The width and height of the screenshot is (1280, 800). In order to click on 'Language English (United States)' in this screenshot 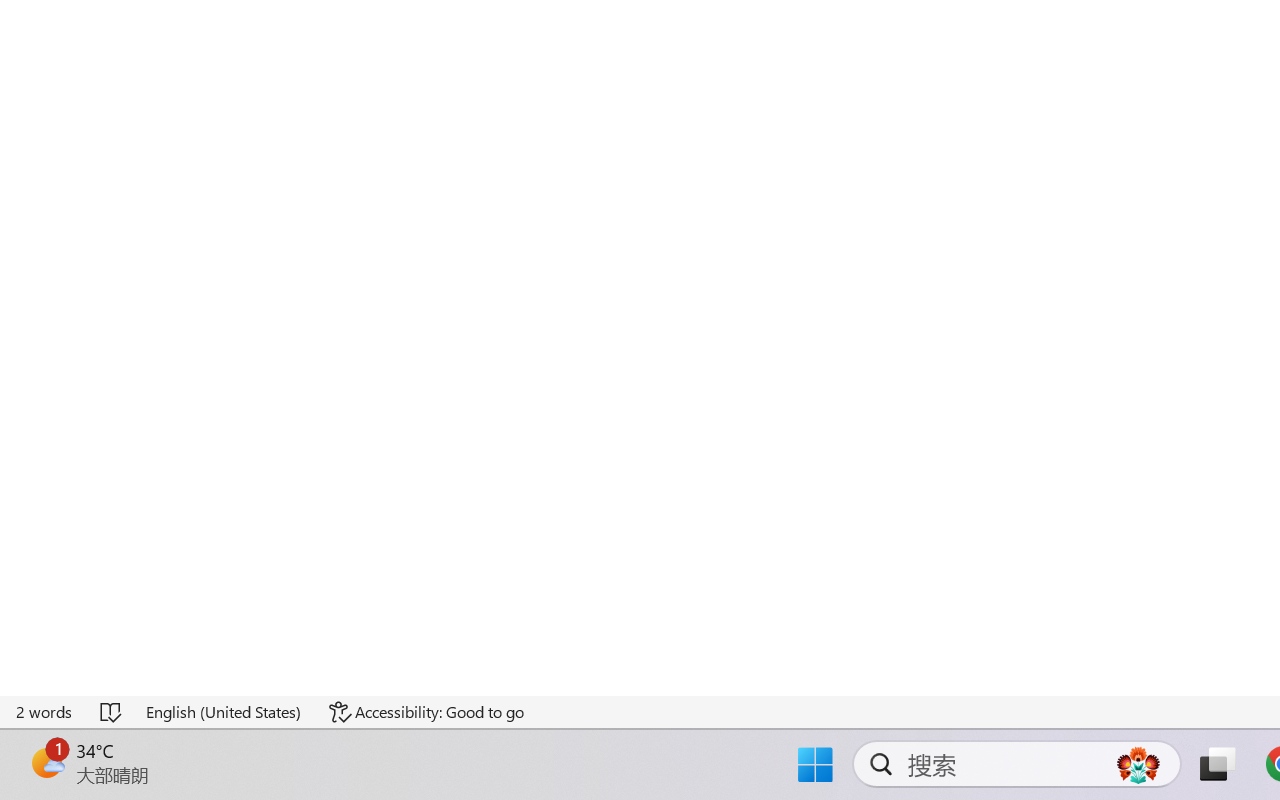, I will do `click(224, 711)`.